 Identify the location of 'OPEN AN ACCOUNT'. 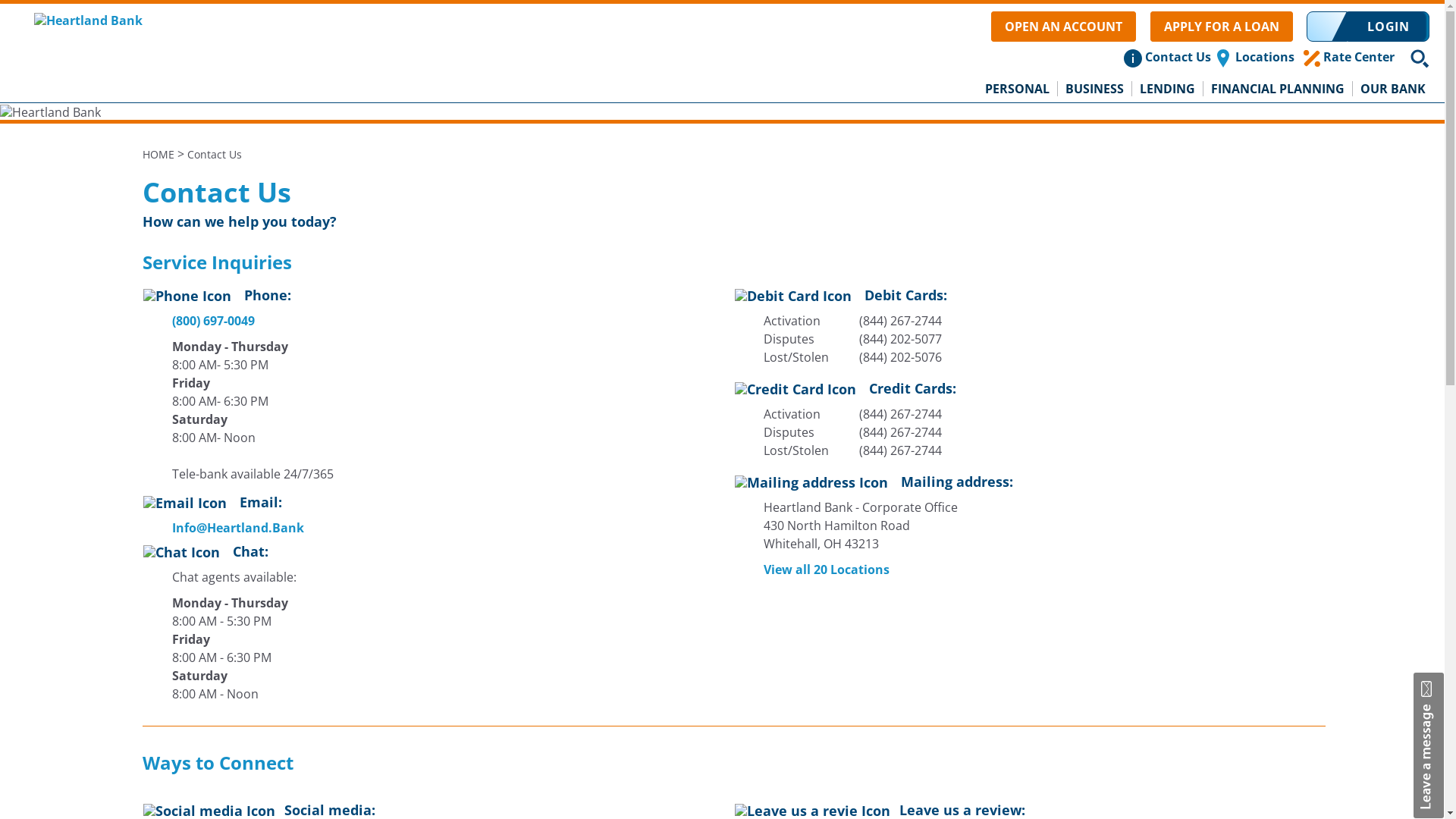
(990, 26).